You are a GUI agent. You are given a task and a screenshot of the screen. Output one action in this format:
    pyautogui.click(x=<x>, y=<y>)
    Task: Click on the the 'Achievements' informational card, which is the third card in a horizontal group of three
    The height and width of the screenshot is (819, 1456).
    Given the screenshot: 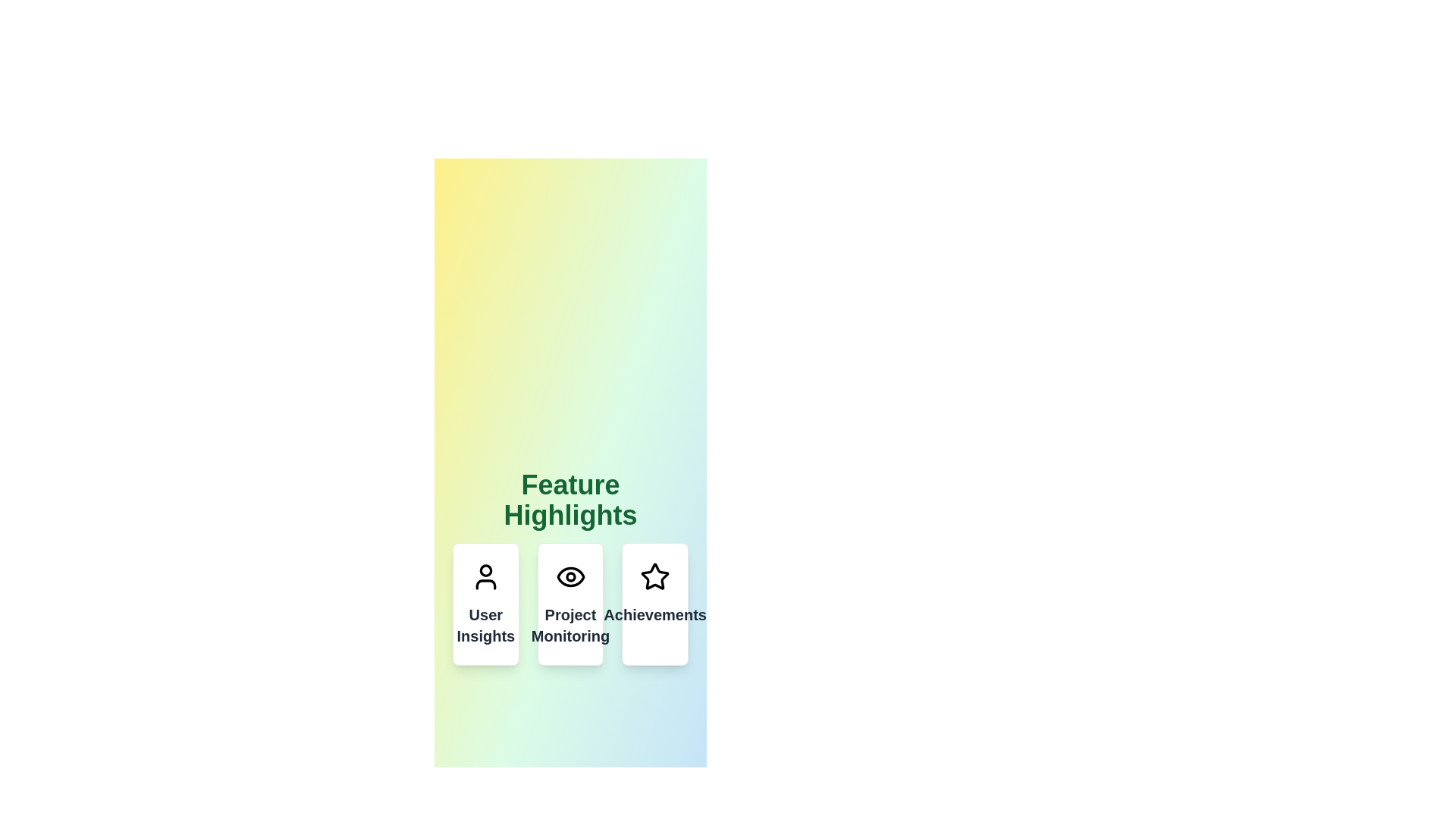 What is the action you would take?
    pyautogui.click(x=655, y=604)
    